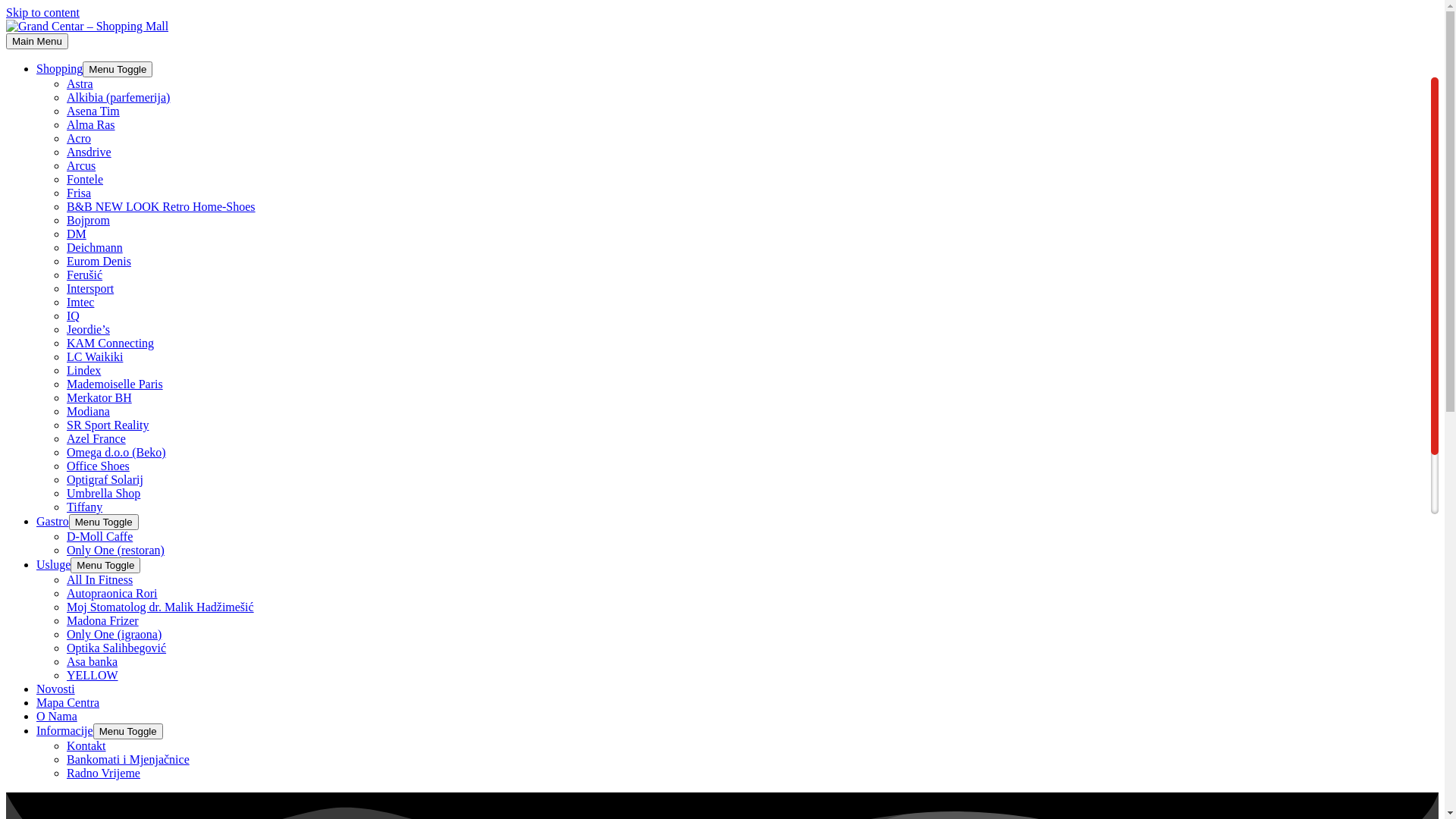 The image size is (1456, 819). What do you see at coordinates (93, 356) in the screenshot?
I see `'LC Waikiki'` at bounding box center [93, 356].